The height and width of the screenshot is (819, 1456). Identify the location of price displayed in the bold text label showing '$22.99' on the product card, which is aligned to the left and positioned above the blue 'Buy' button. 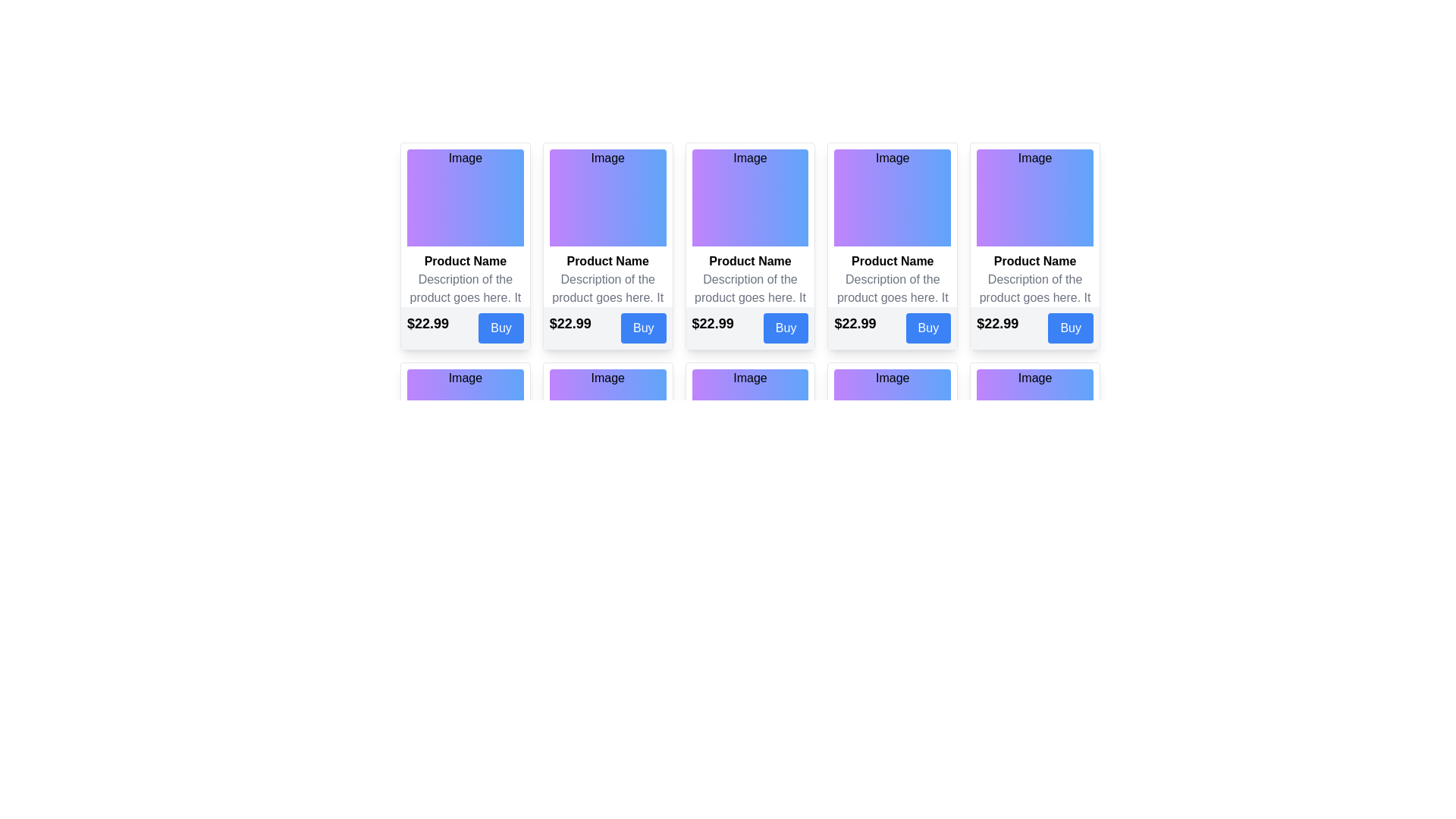
(712, 327).